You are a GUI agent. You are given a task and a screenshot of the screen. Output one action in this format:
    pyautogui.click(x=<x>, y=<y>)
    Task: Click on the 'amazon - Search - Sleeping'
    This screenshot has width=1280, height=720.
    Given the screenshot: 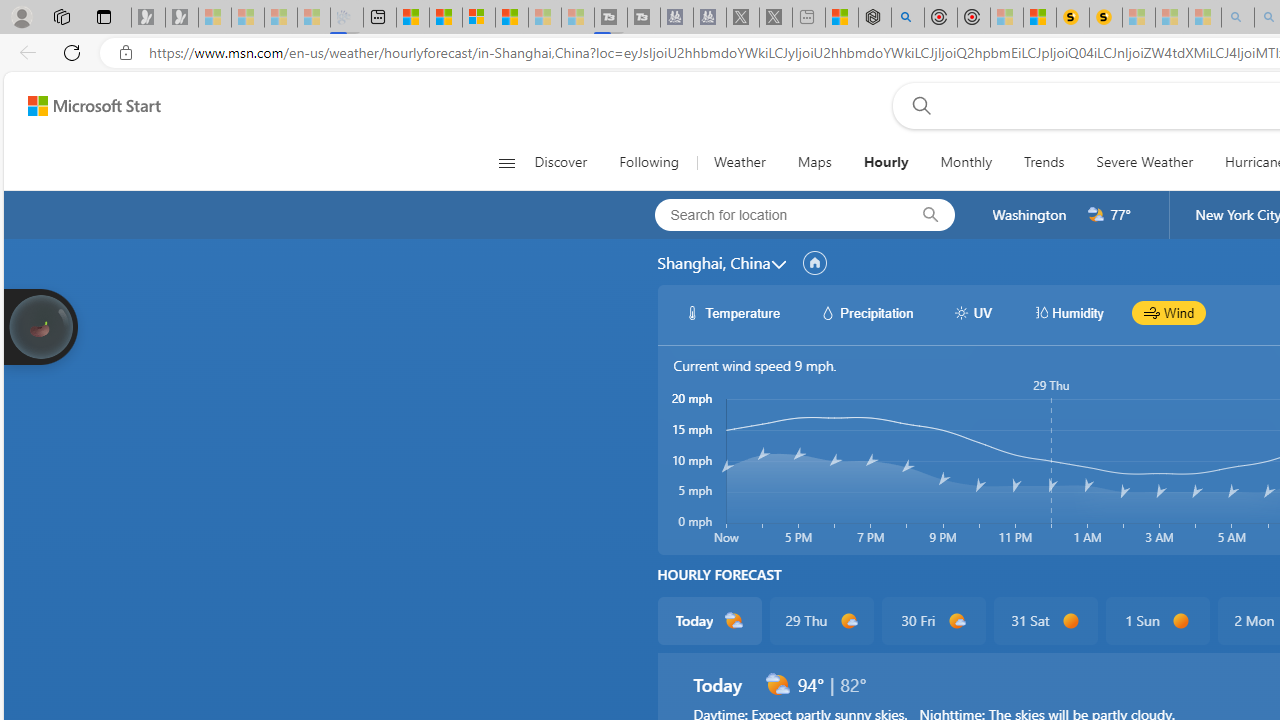 What is the action you would take?
    pyautogui.click(x=1237, y=17)
    